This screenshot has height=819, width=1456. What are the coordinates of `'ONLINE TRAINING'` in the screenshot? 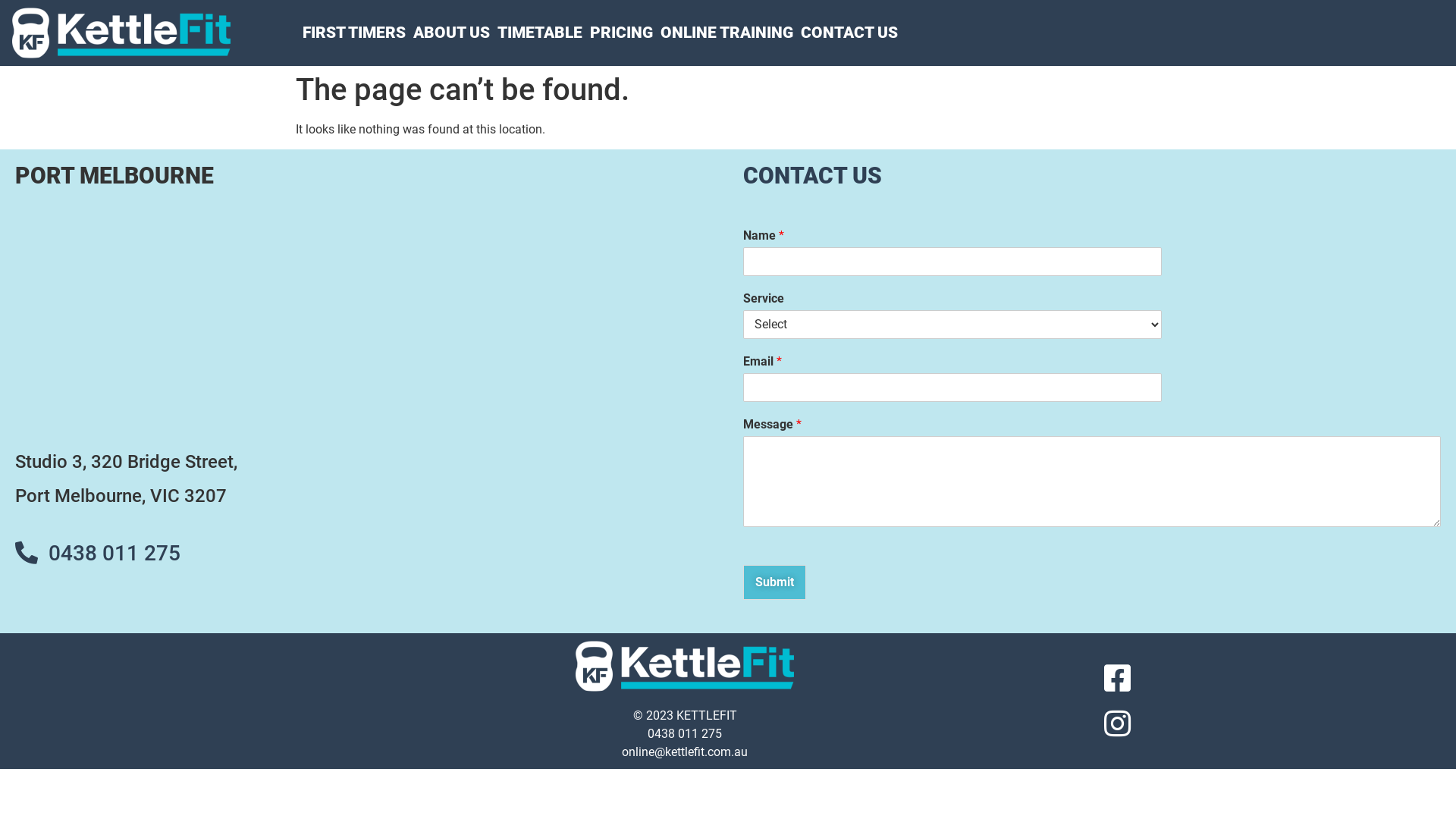 It's located at (726, 33).